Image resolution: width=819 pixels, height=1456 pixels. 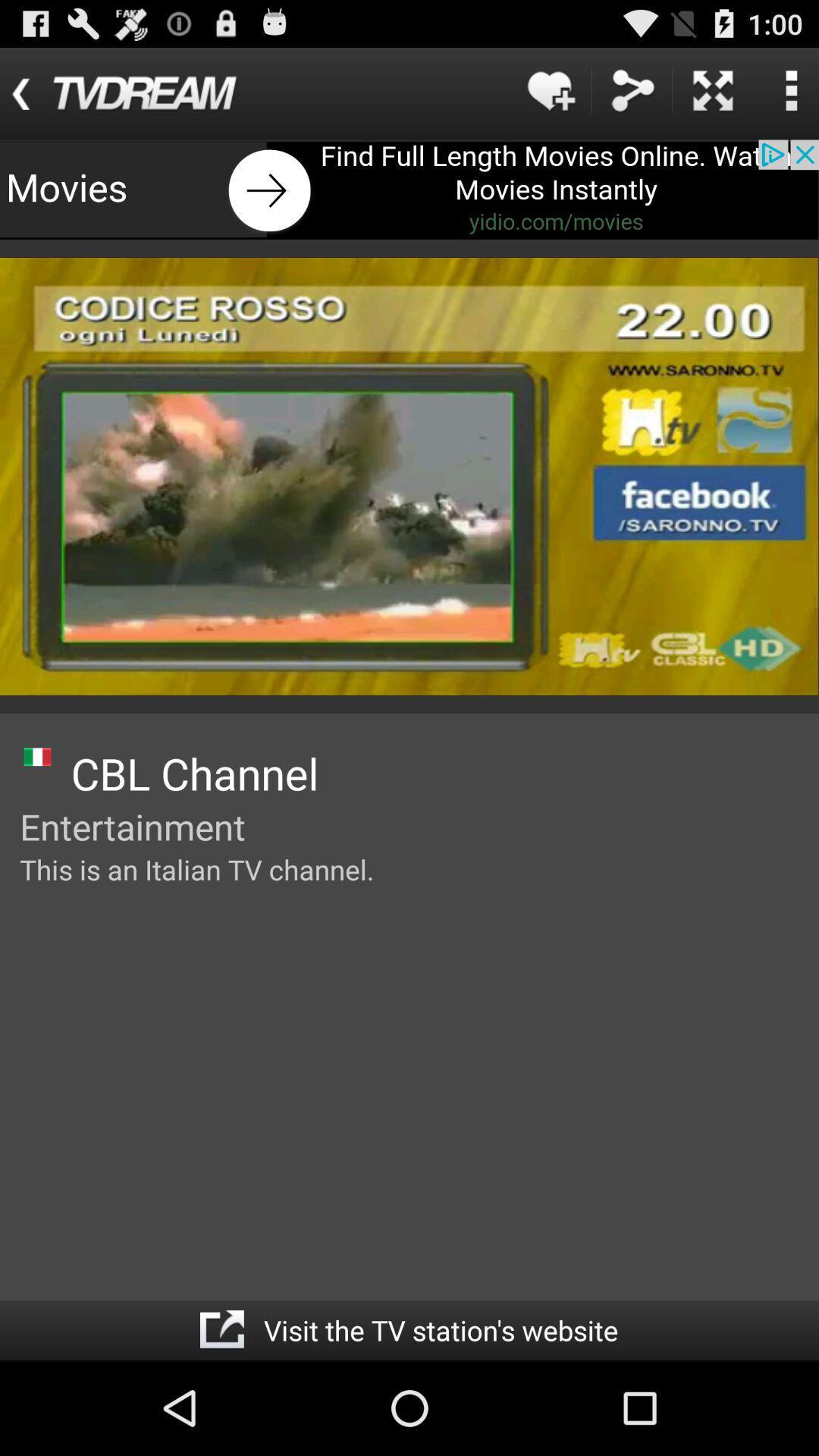 I want to click on show the menu, so click(x=790, y=89).